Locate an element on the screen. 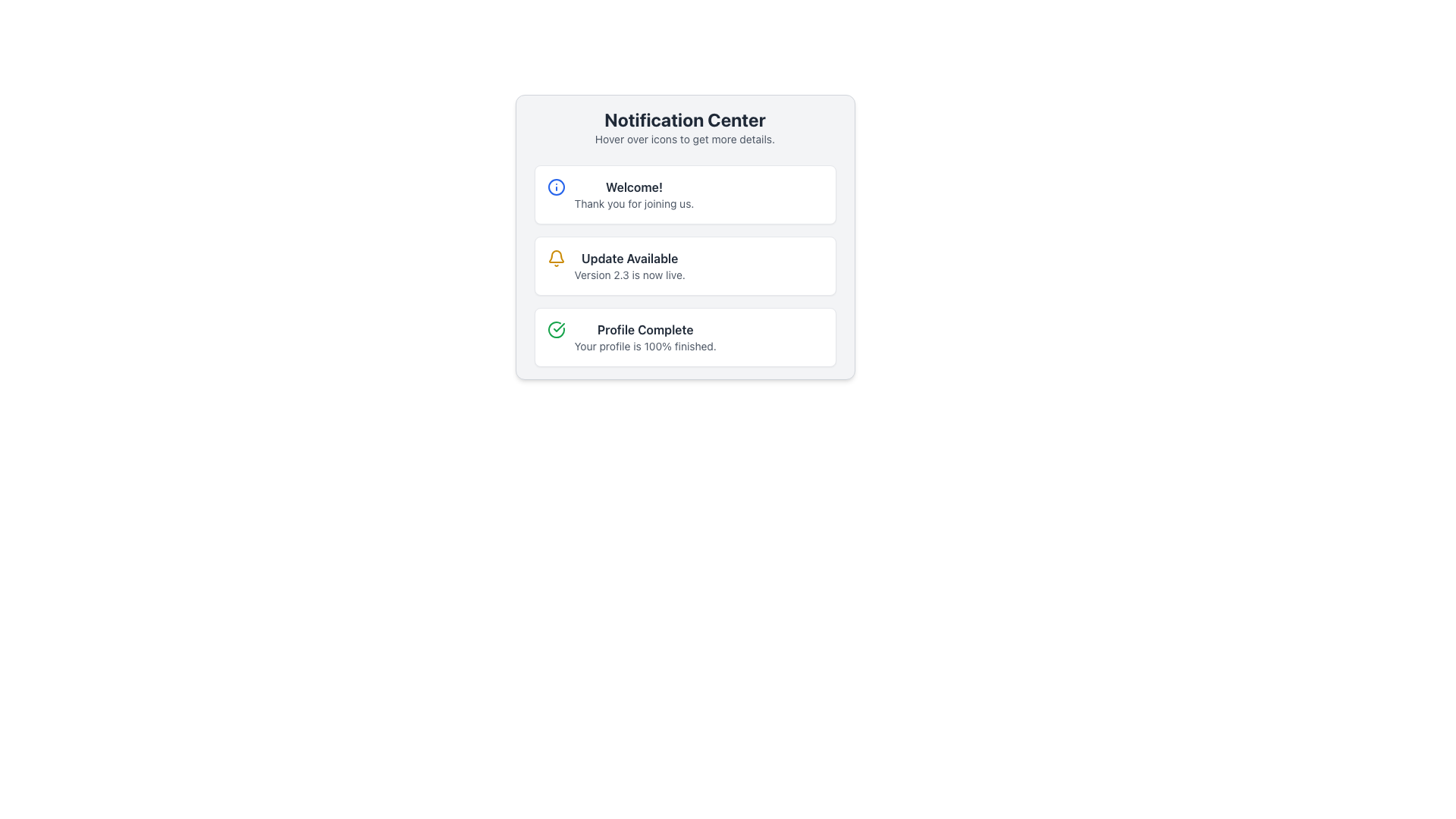  the third informational notification card in the Notification Center is located at coordinates (684, 336).